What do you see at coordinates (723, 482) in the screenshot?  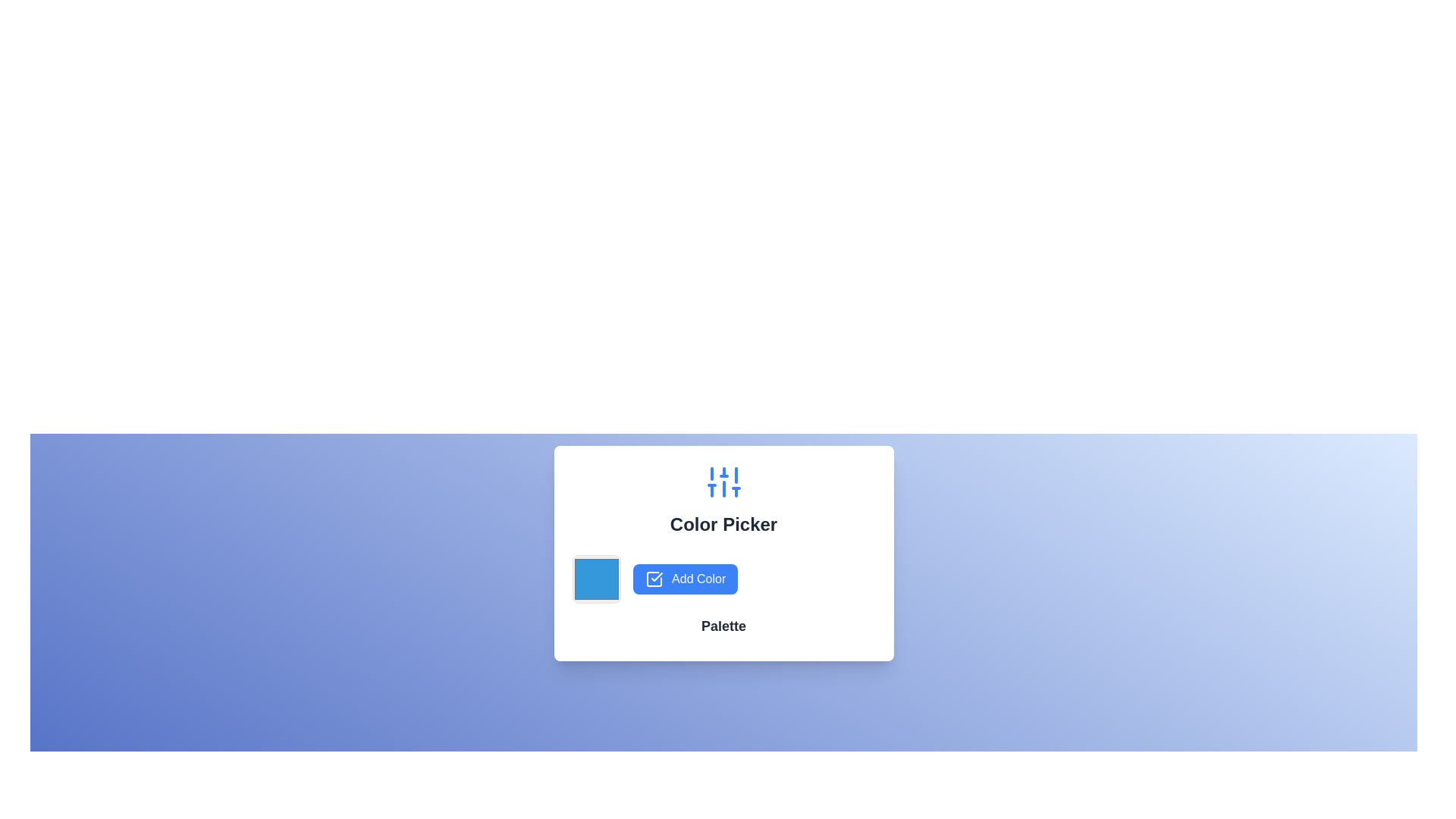 I see `the adjustment or customization icon located at the top center of the 'Color Picker' section, above the 'Color Picker' text label` at bounding box center [723, 482].